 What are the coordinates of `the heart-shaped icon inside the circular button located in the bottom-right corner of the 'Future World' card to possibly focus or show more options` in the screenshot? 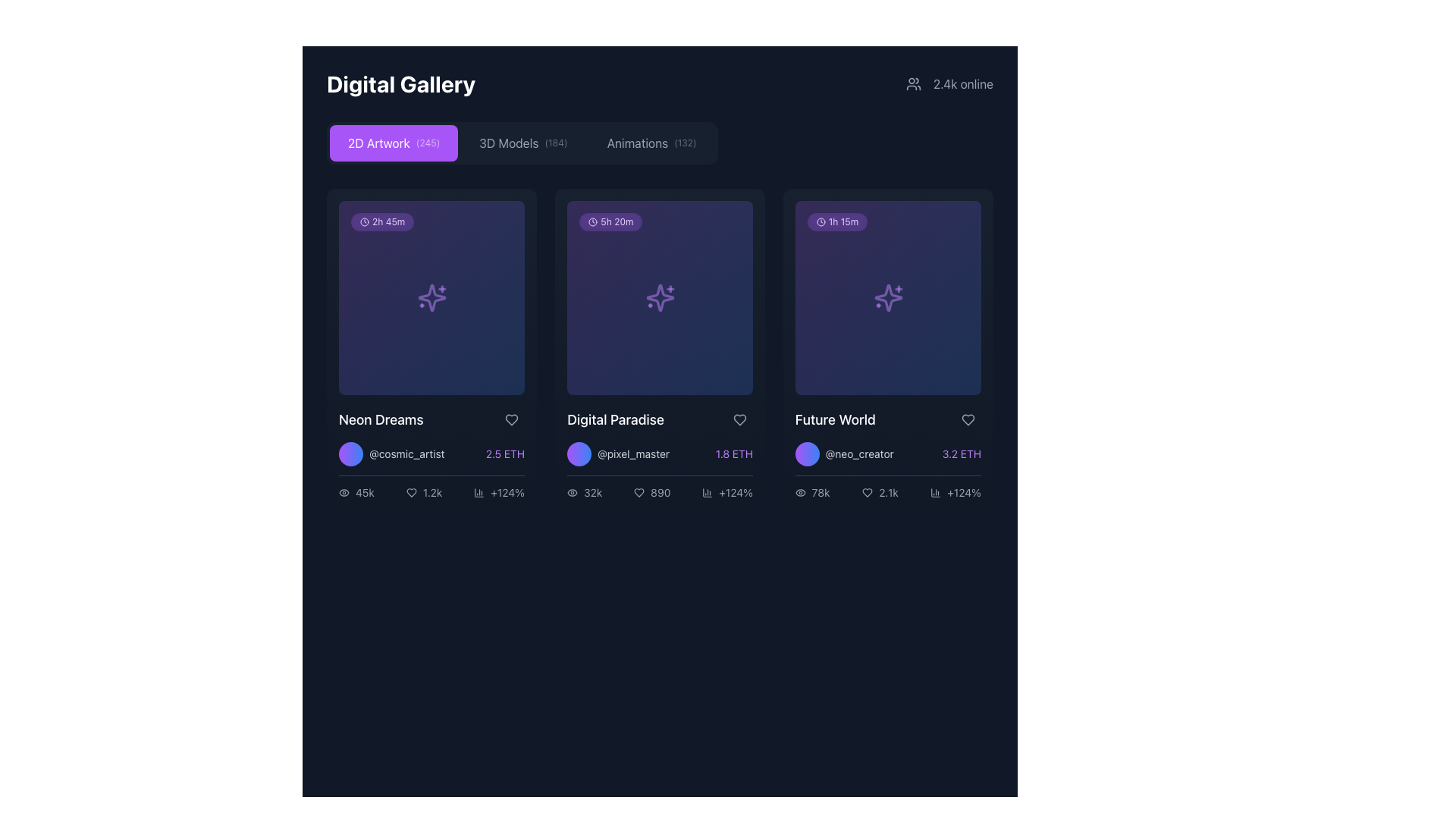 It's located at (967, 420).